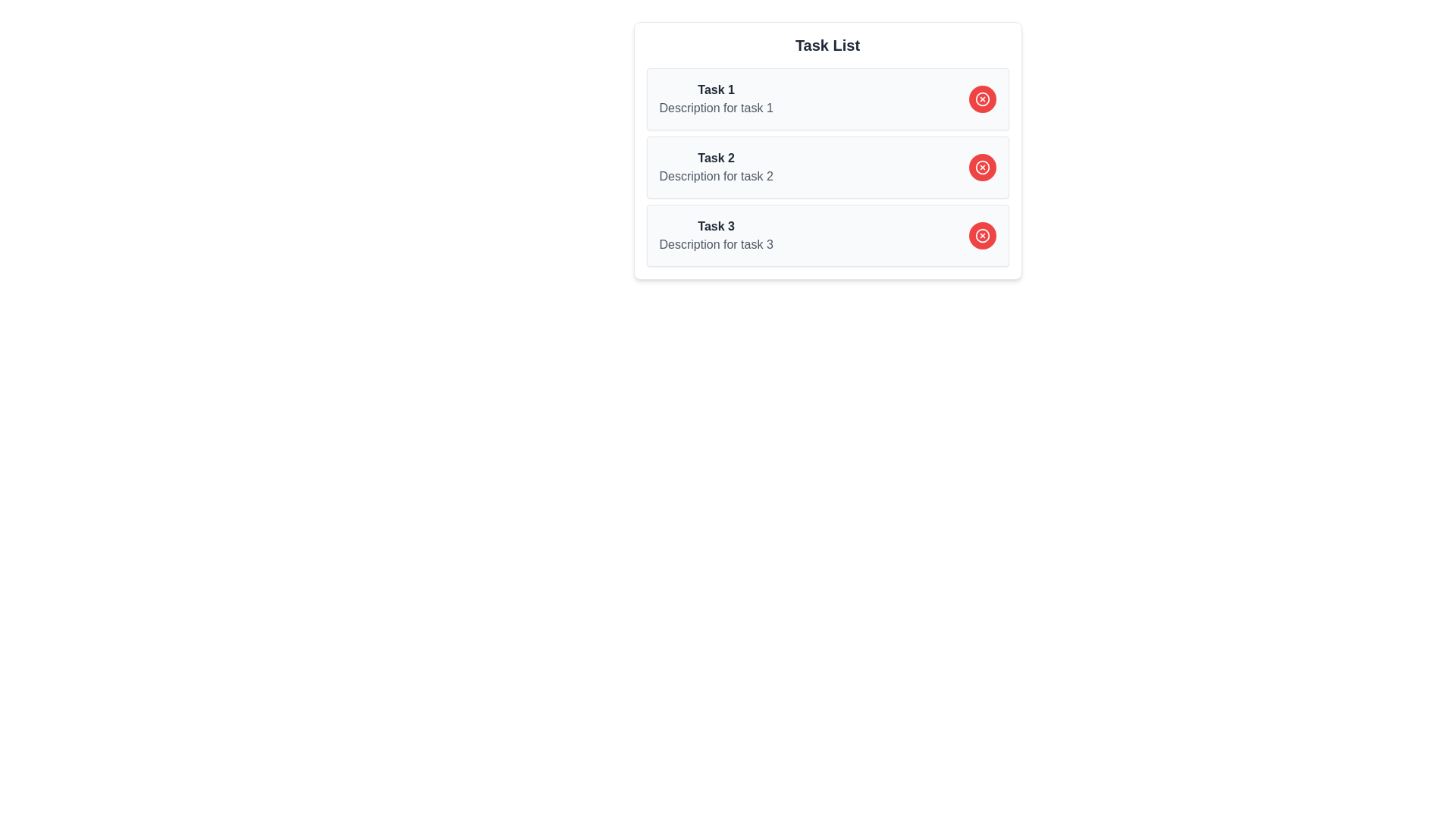  Describe the element at coordinates (982, 99) in the screenshot. I see `the SVG Circle element located in the rightmost section of the second task entry in the task list, which indicates a clickable area for canceling a task` at that location.